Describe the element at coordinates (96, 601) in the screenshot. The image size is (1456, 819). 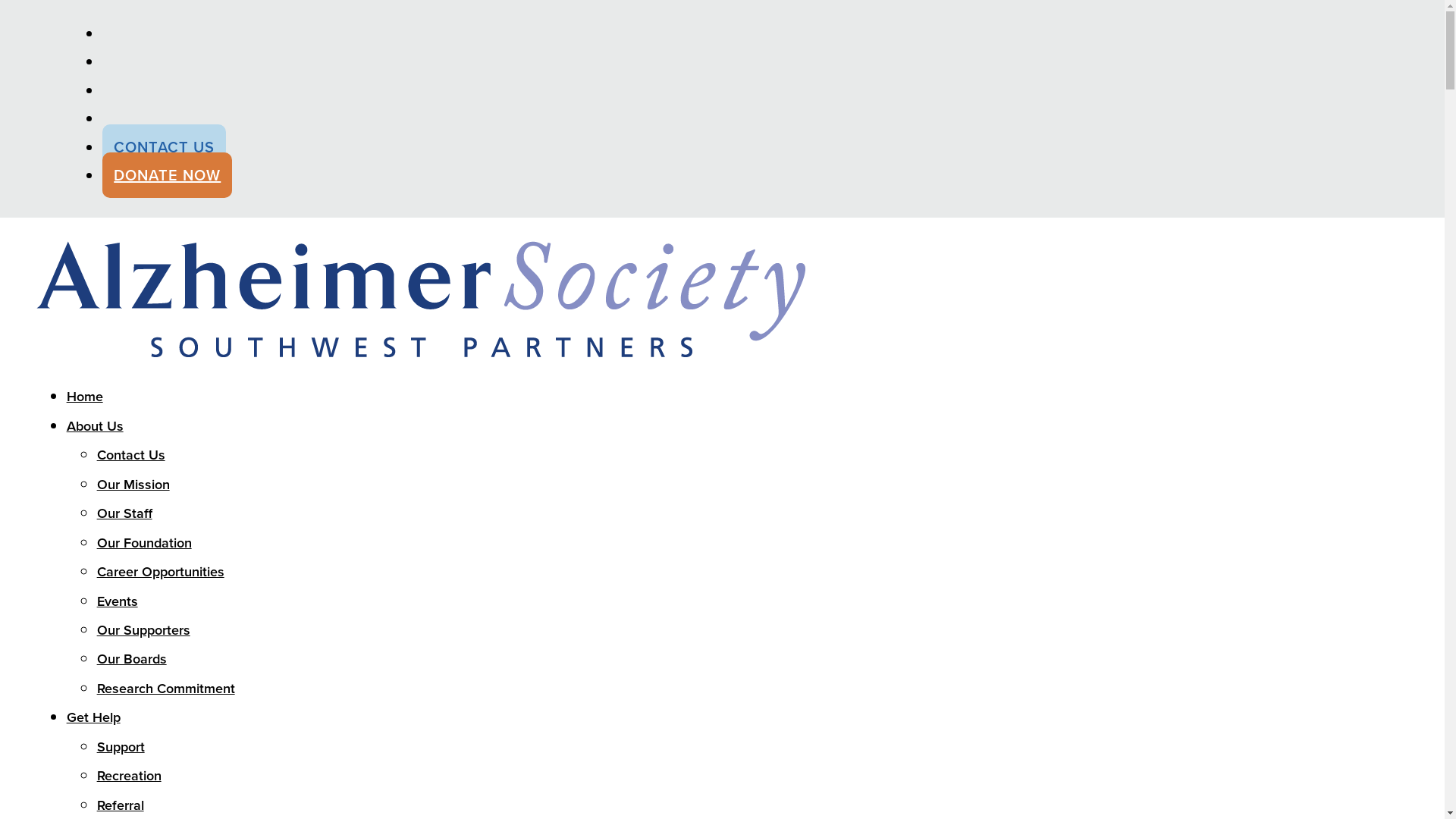
I see `'Events'` at that location.